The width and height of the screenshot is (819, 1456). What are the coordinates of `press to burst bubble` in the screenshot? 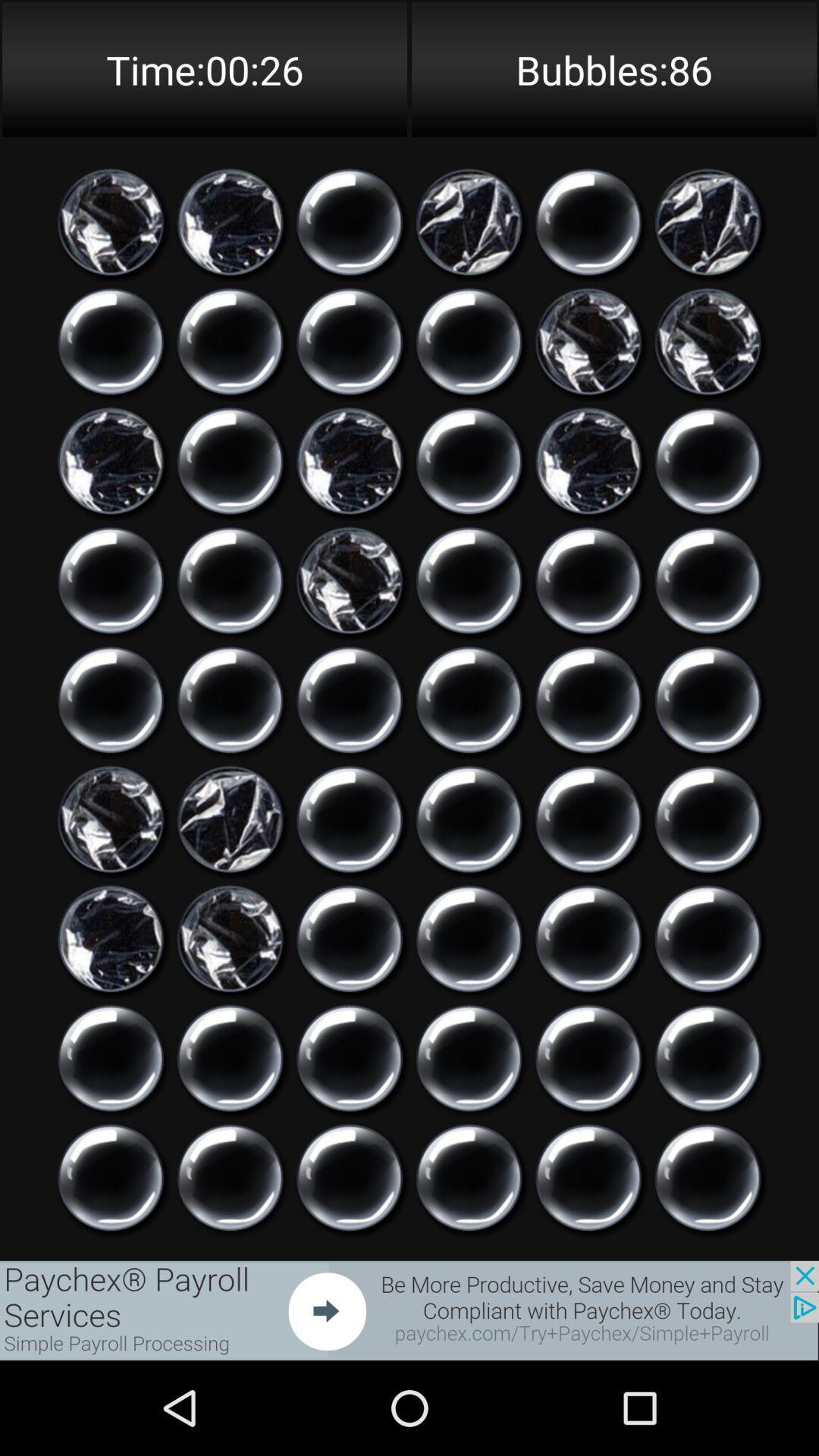 It's located at (588, 938).